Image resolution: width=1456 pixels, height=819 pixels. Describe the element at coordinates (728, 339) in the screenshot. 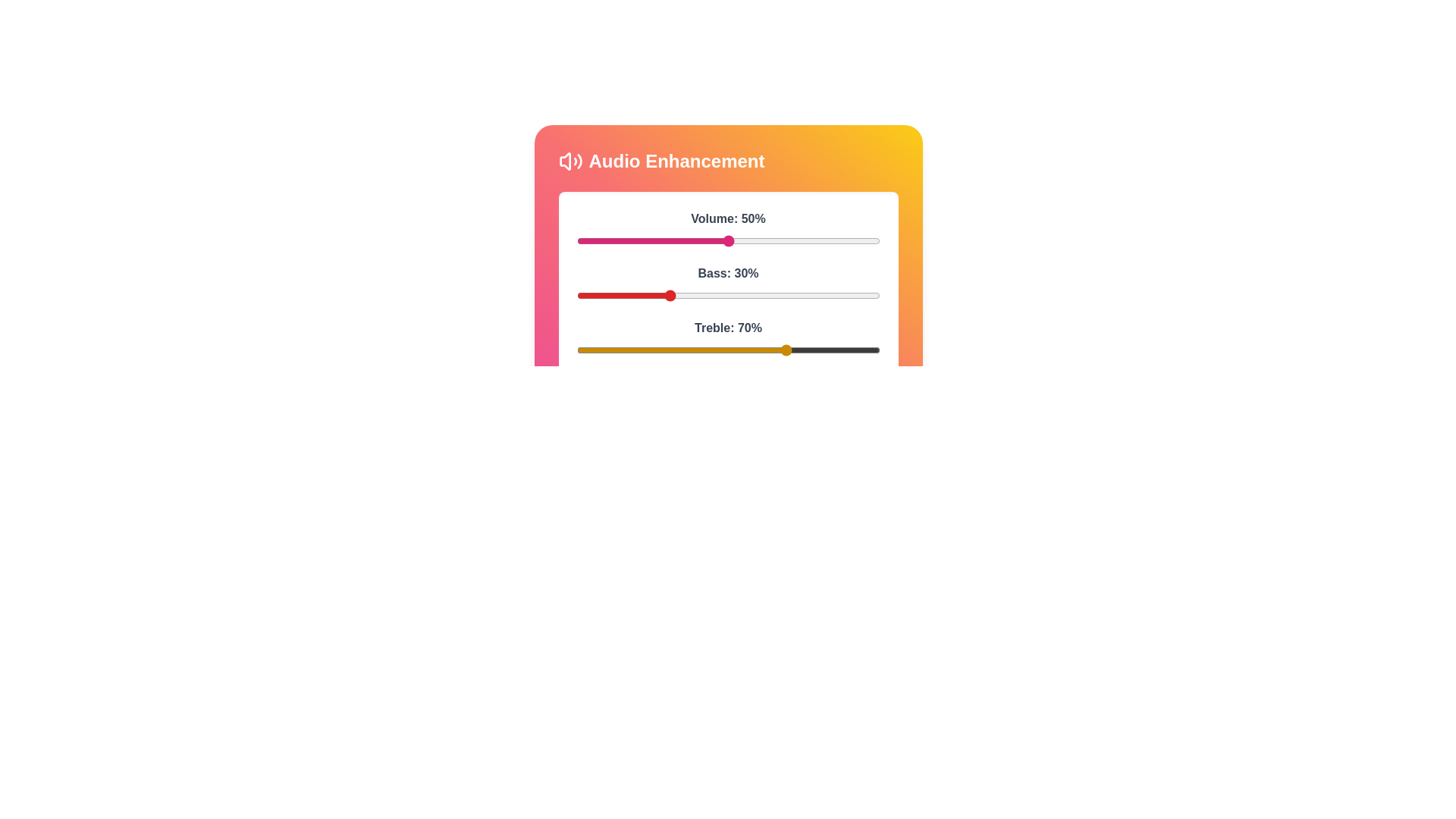

I see `the treble slider, labeled 'Treble: 70%'` at that location.